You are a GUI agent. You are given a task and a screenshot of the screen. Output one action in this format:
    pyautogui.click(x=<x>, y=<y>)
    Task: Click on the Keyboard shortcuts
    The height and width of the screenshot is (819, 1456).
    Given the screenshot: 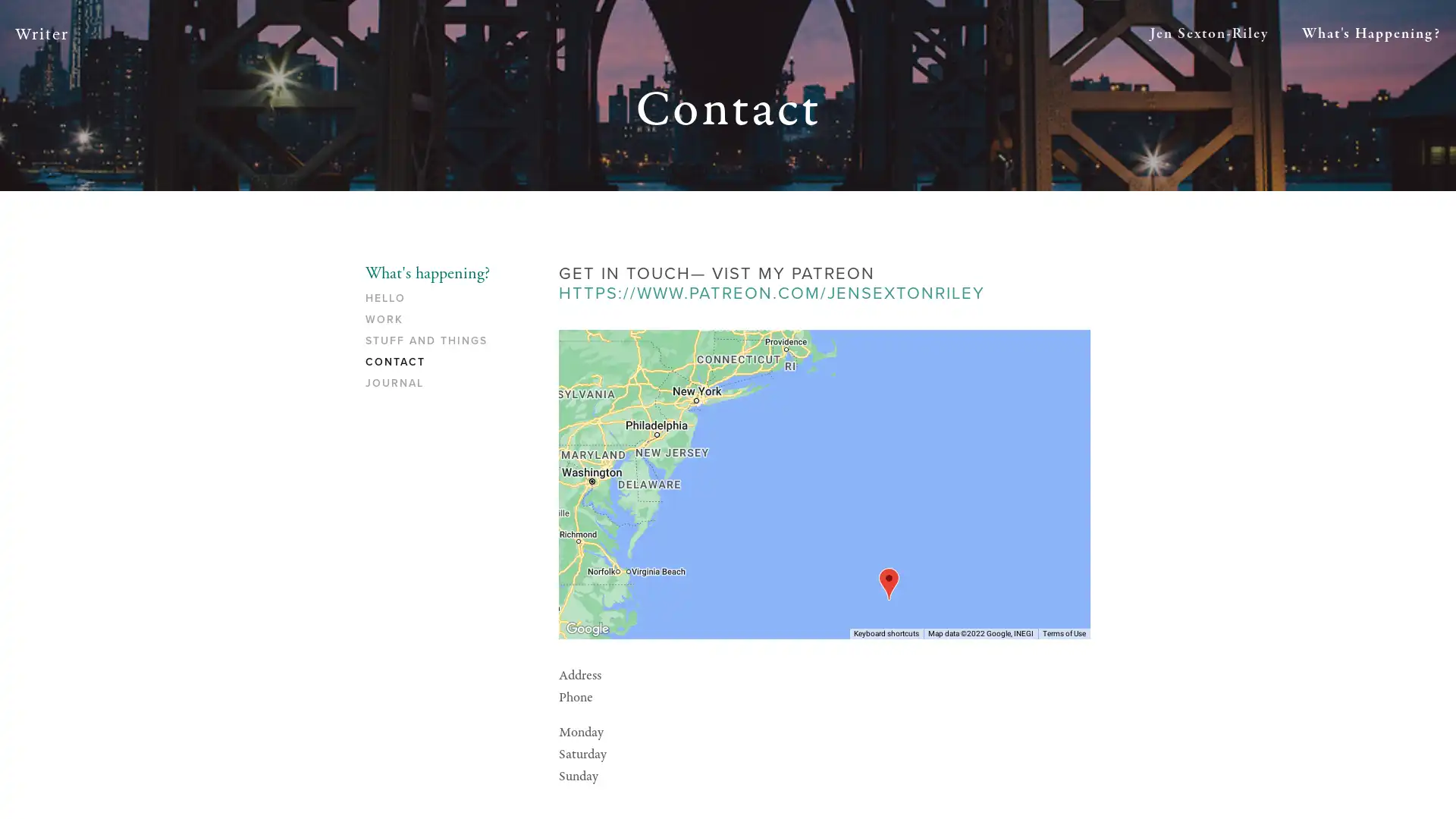 What is the action you would take?
    pyautogui.click(x=886, y=632)
    